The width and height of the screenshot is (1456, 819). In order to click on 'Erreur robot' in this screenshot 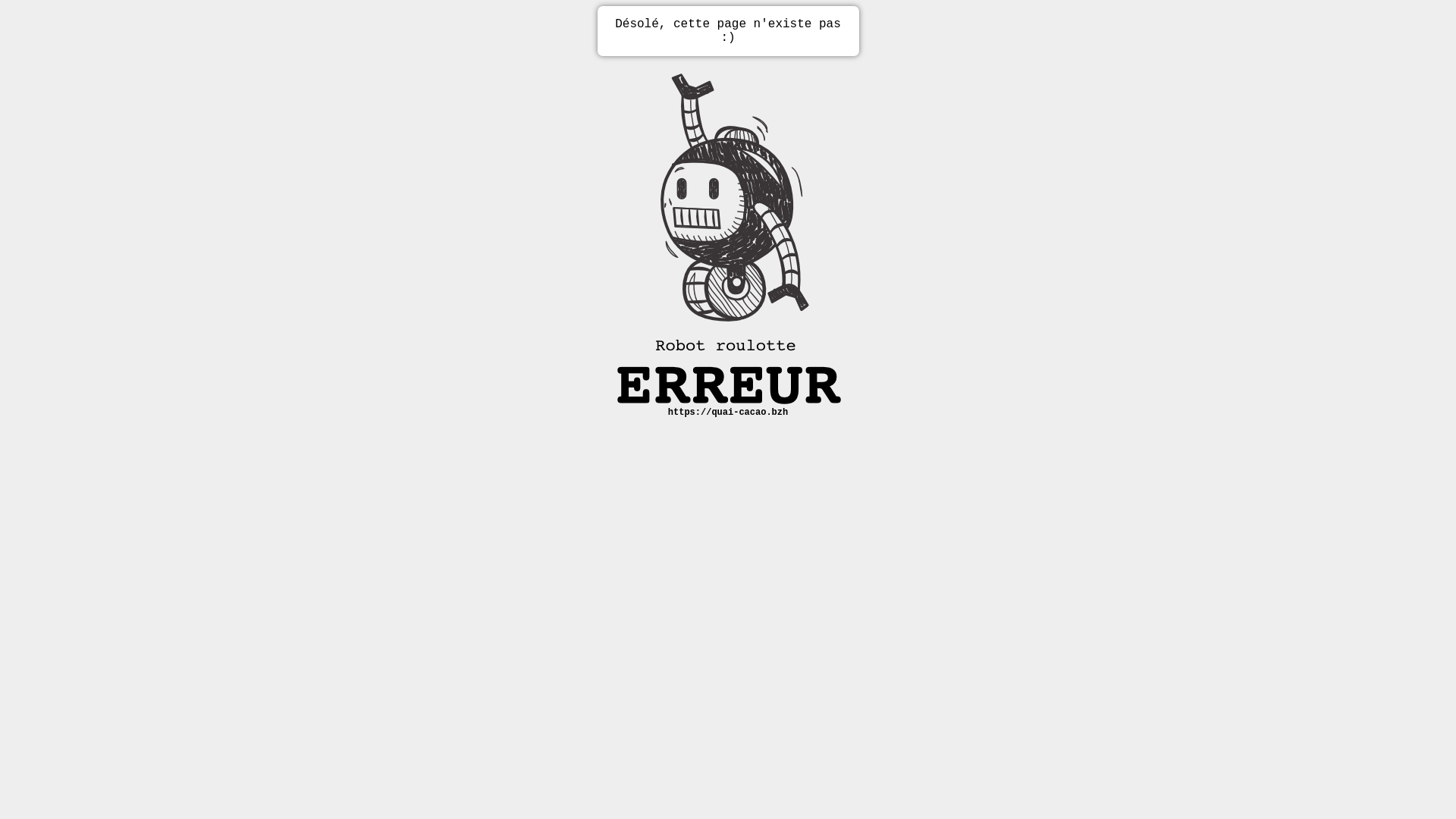, I will do `click(728, 231)`.